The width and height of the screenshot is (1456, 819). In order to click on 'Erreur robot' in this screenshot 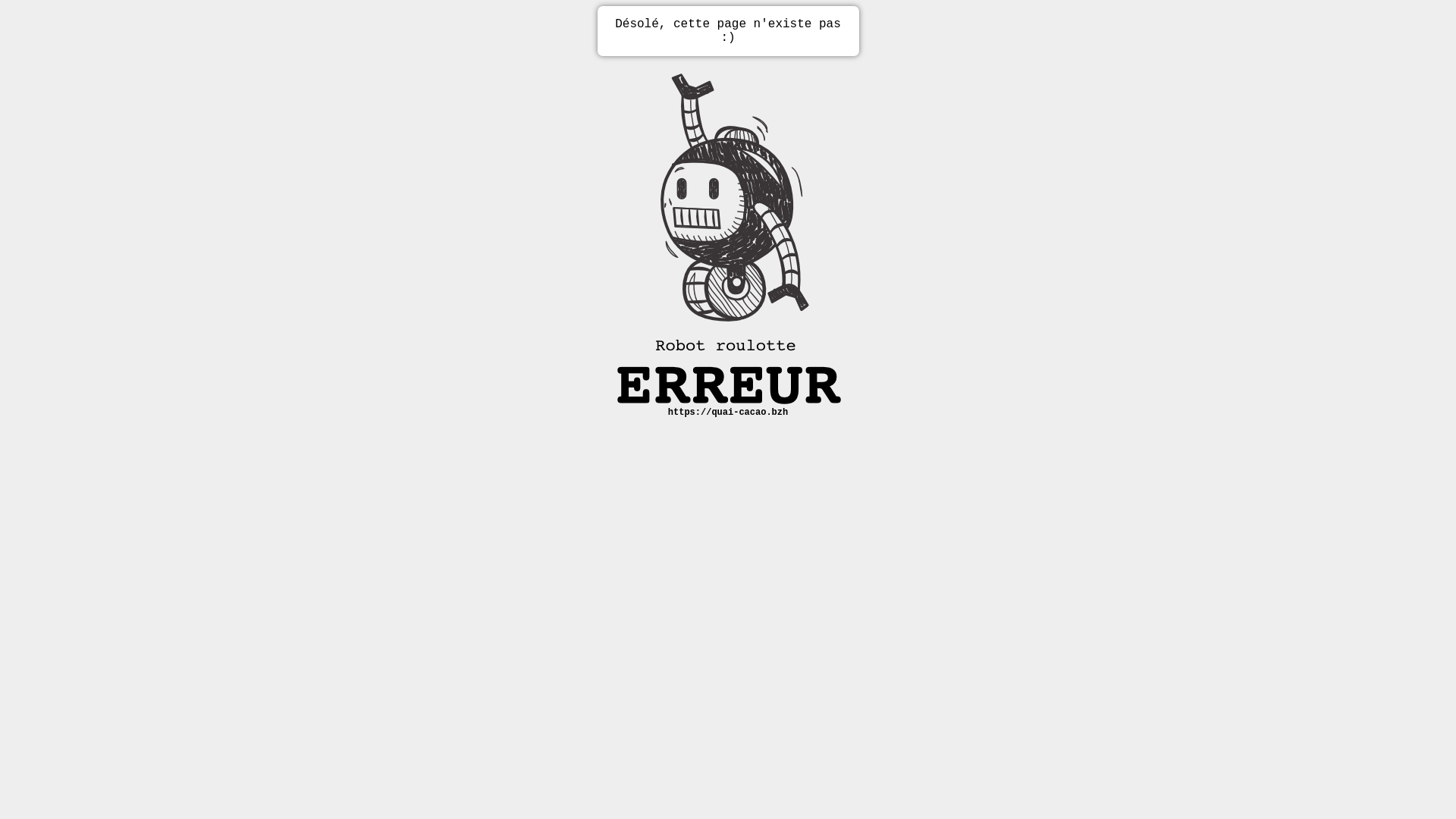, I will do `click(728, 231)`.